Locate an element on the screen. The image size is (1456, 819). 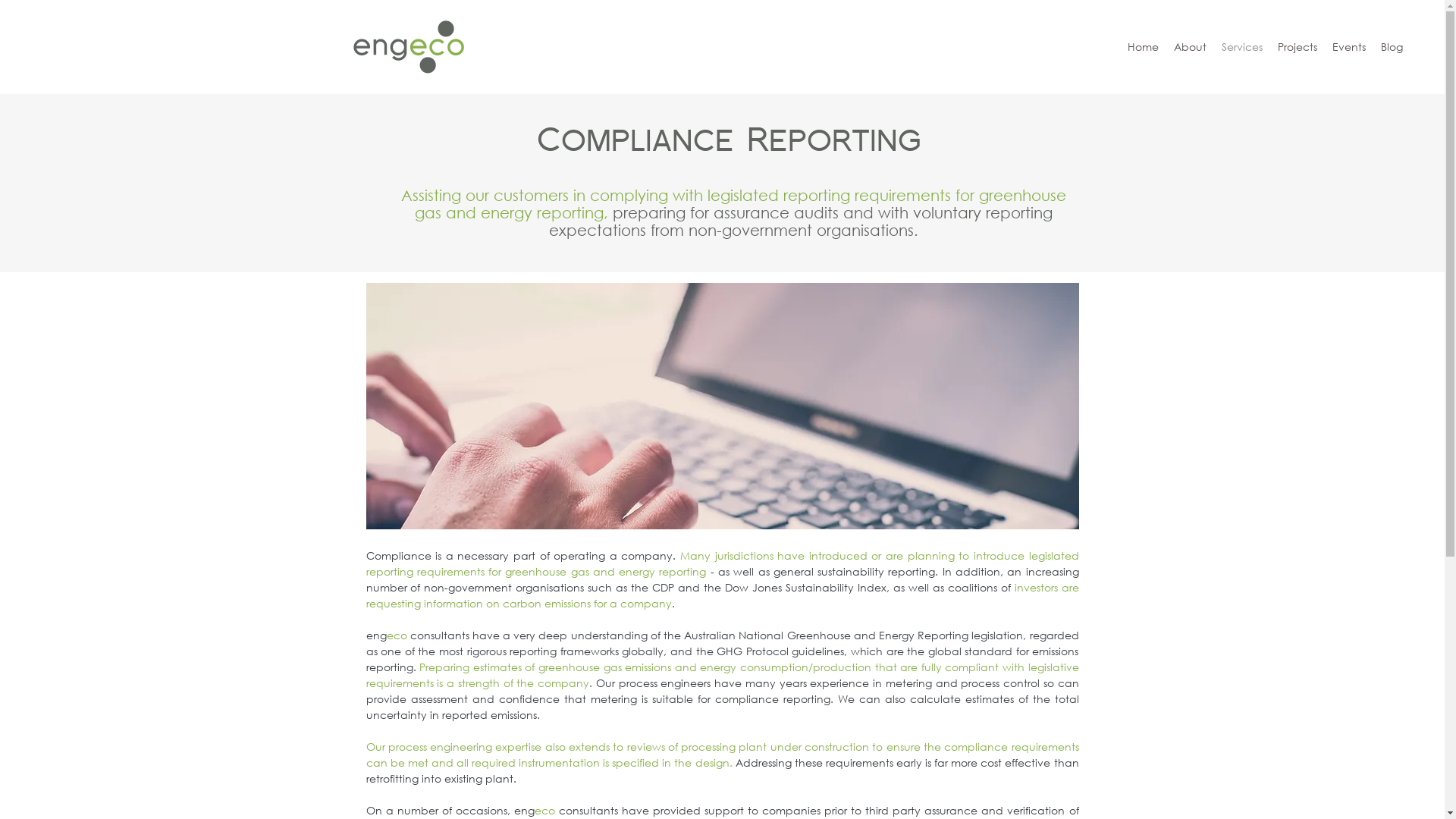
'Events' is located at coordinates (1349, 45).